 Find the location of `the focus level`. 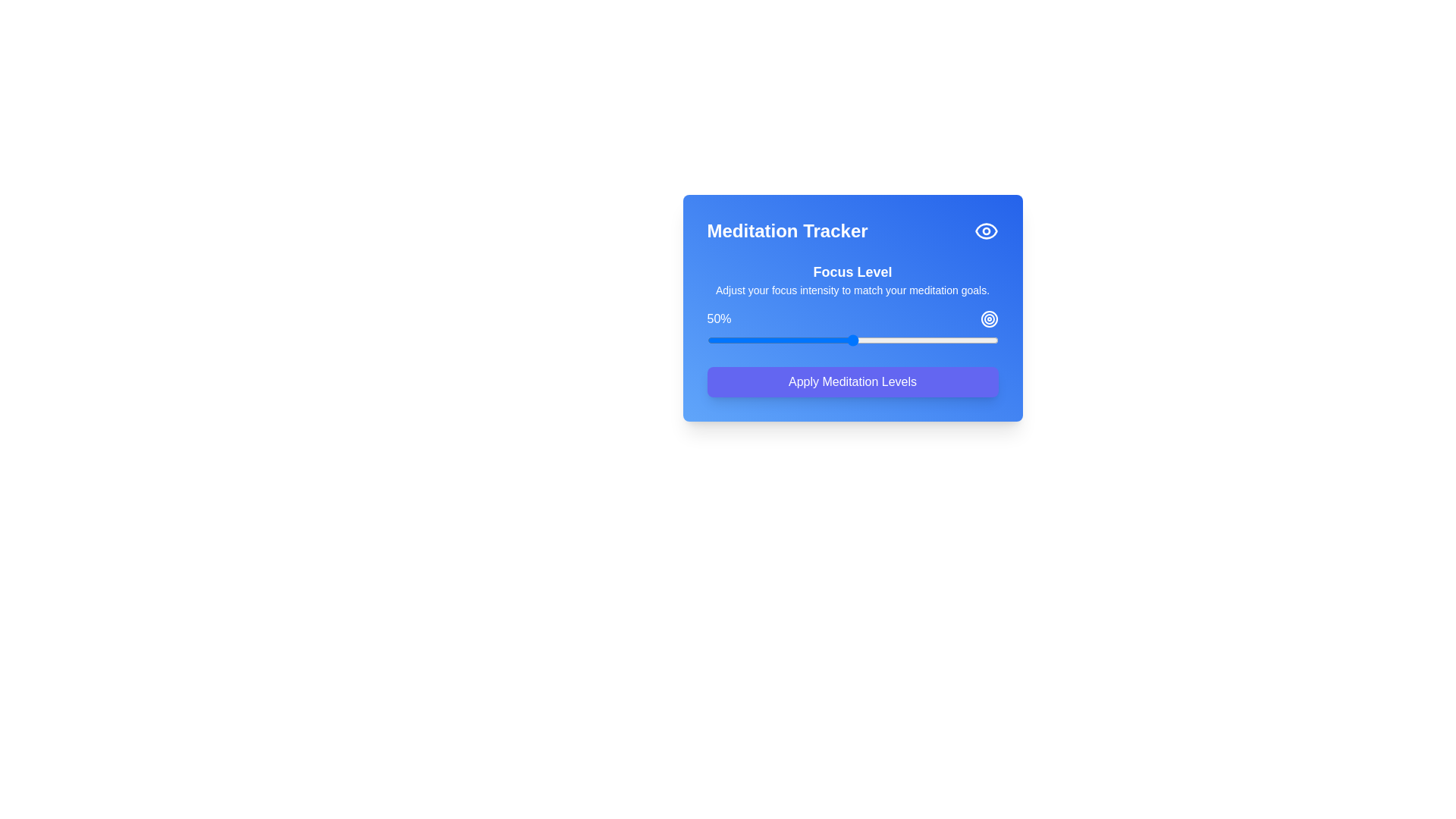

the focus level is located at coordinates (936, 339).